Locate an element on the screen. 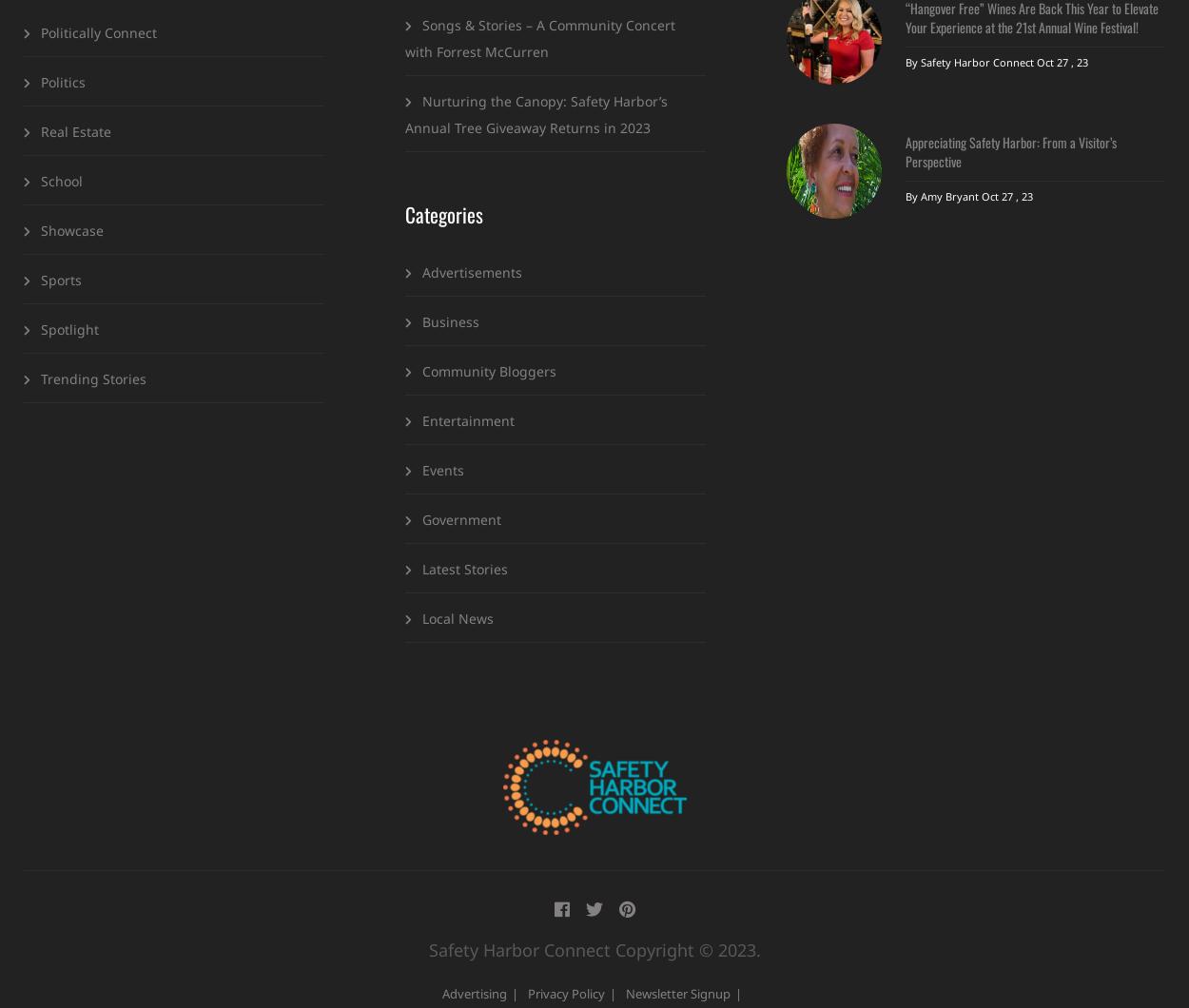 The width and height of the screenshot is (1189, 1008). 'Advertisements' is located at coordinates (471, 271).